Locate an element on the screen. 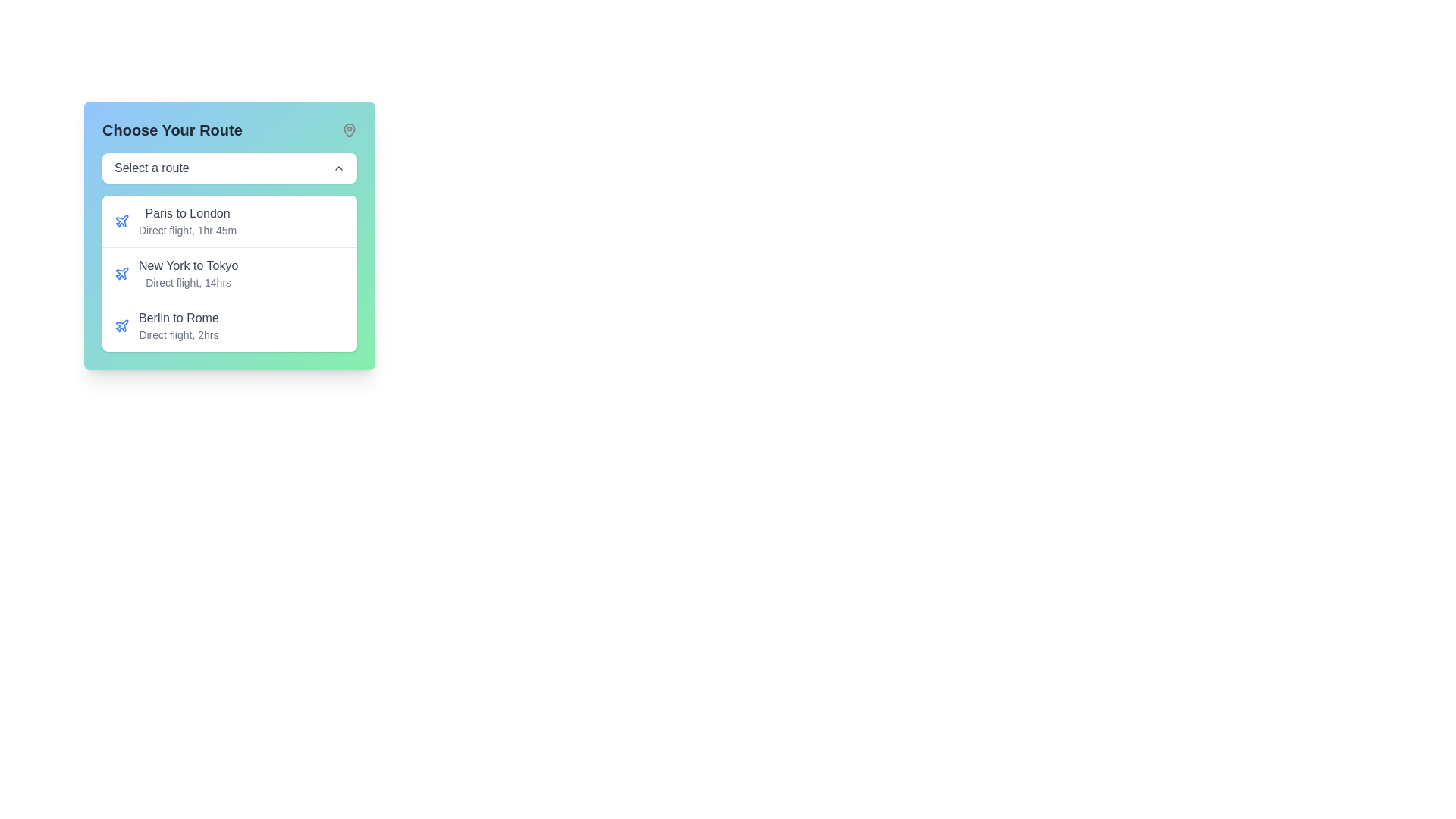 The height and width of the screenshot is (819, 1456). the plane icon representing the 'New York to Tokyo' route in the dropdown list under 'Choose Your Route' is located at coordinates (122, 221).